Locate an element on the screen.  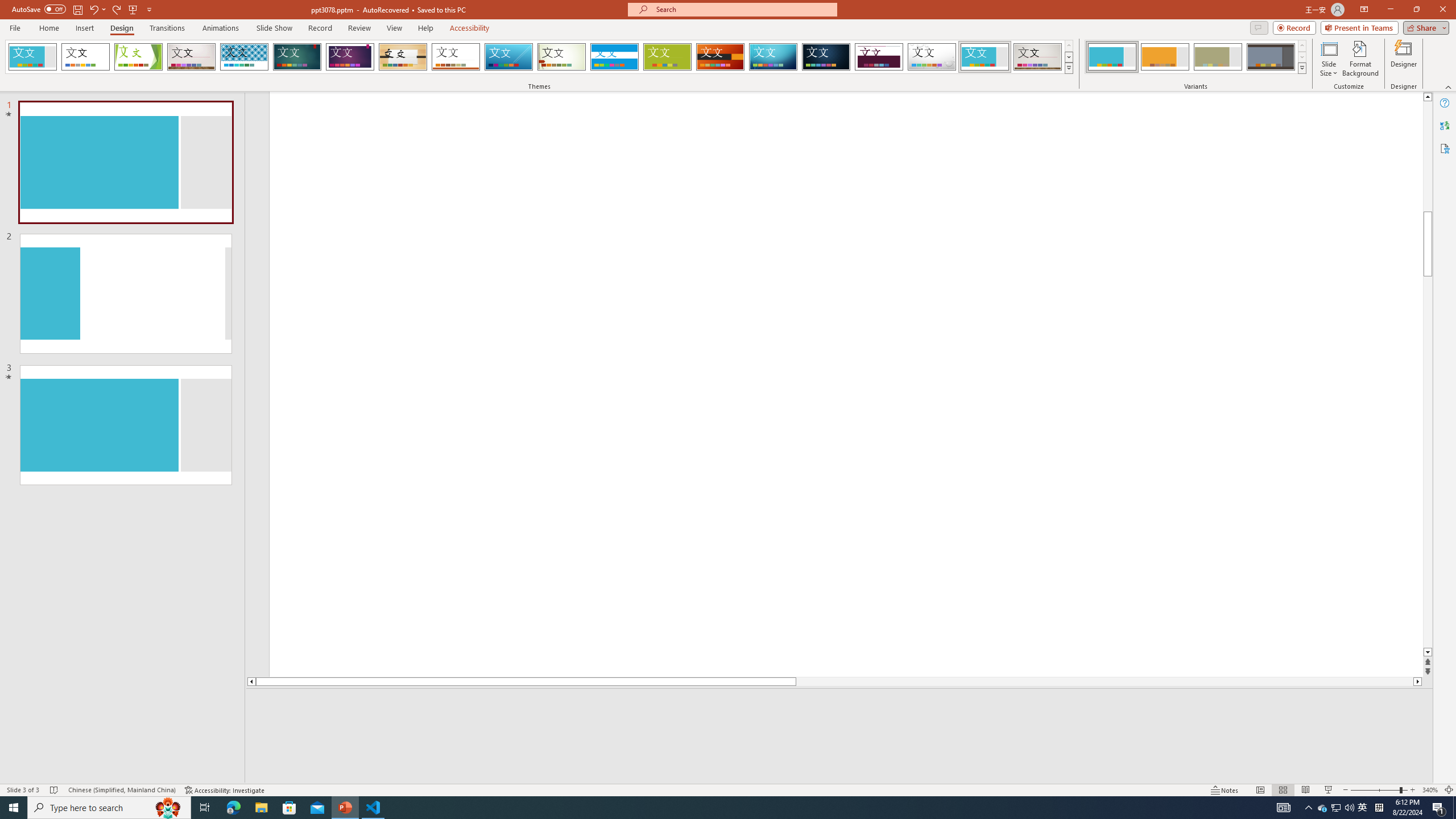
'Ion' is located at coordinates (296, 56).